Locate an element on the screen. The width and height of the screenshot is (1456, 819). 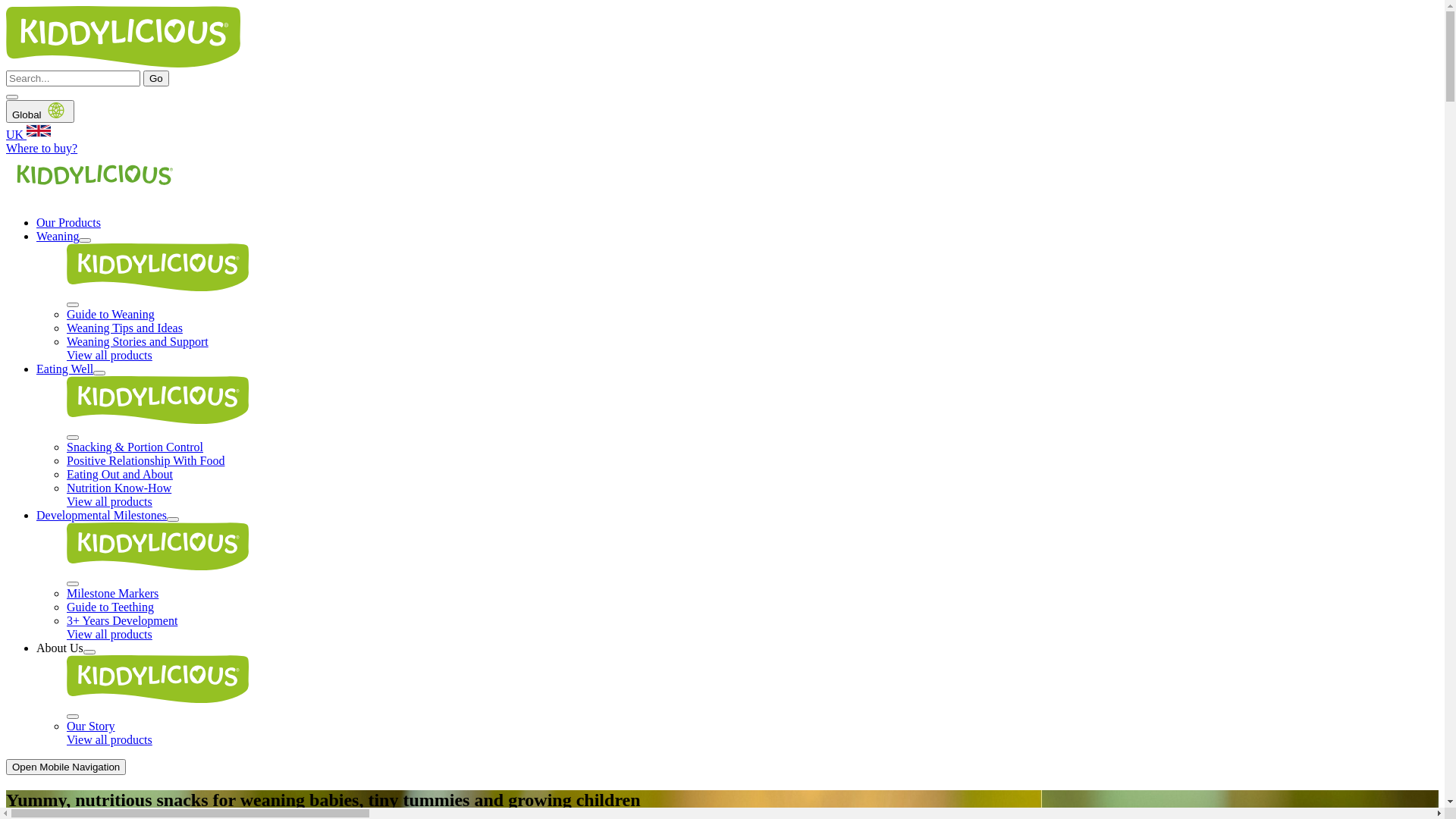
'Guide to Weaning' is located at coordinates (109, 313).